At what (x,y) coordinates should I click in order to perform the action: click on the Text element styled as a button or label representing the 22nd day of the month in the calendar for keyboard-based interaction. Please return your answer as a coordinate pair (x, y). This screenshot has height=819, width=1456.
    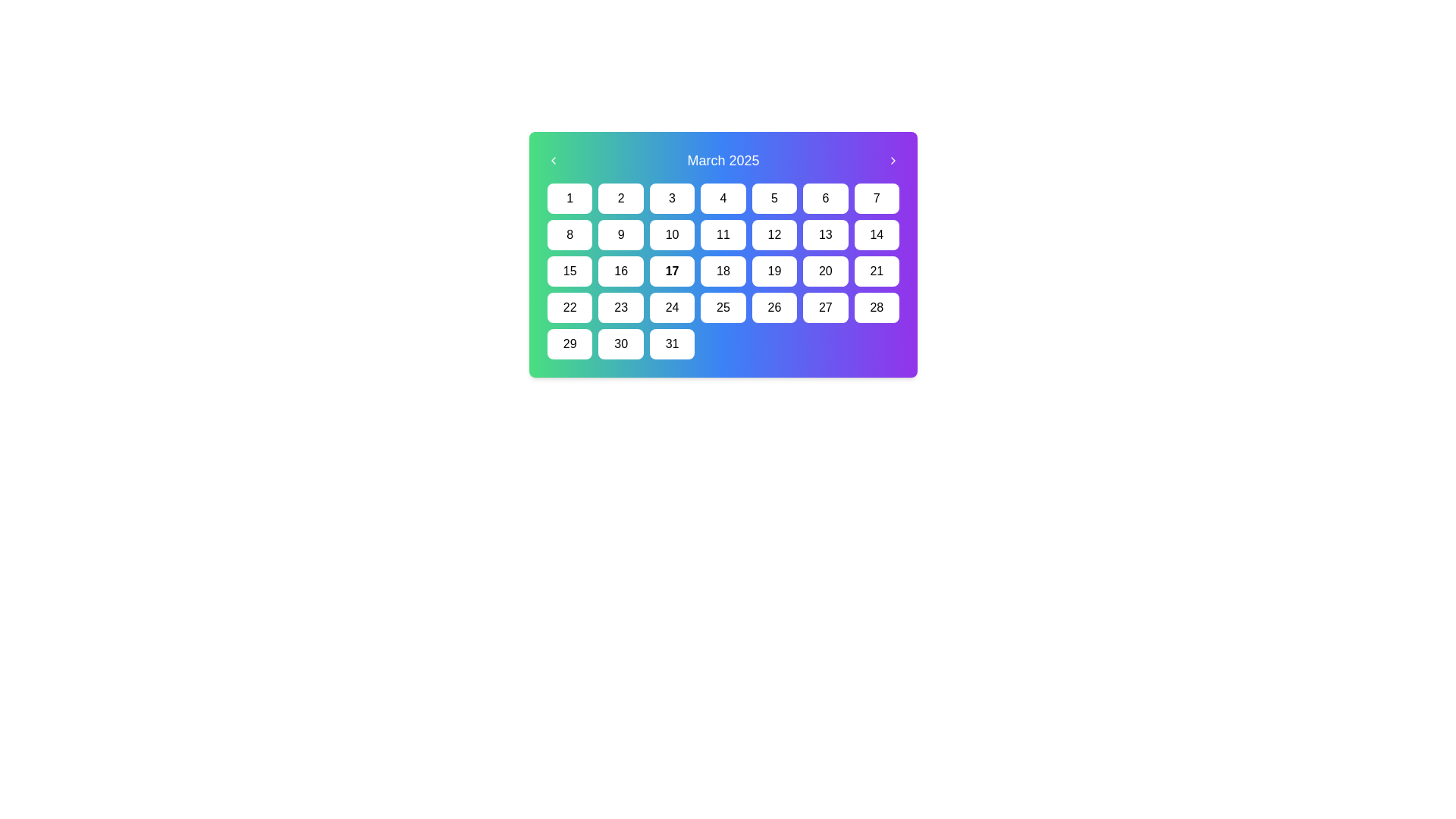
    Looking at the image, I should click on (569, 307).